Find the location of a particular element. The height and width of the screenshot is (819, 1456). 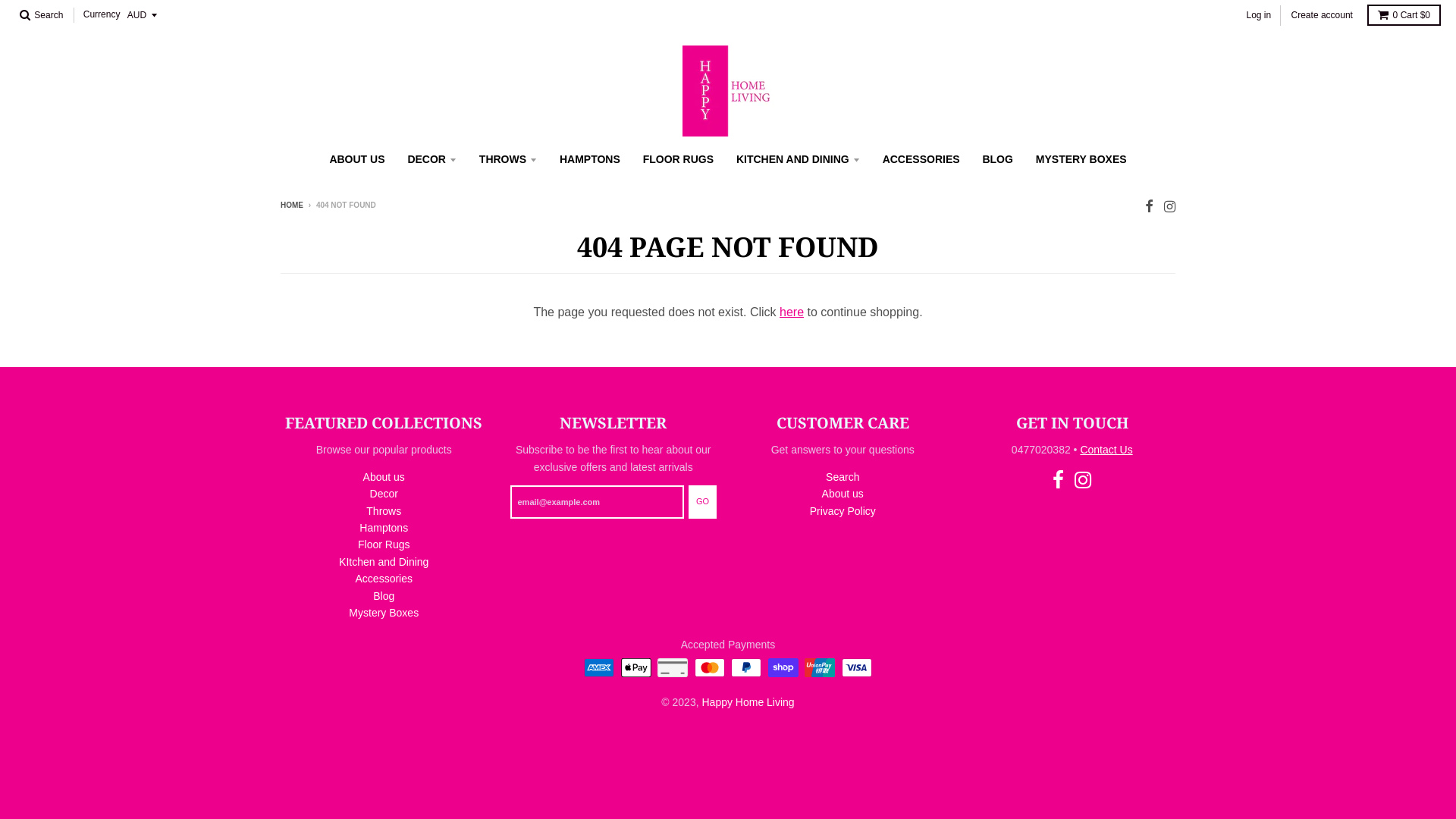

'Search' is located at coordinates (41, 14).